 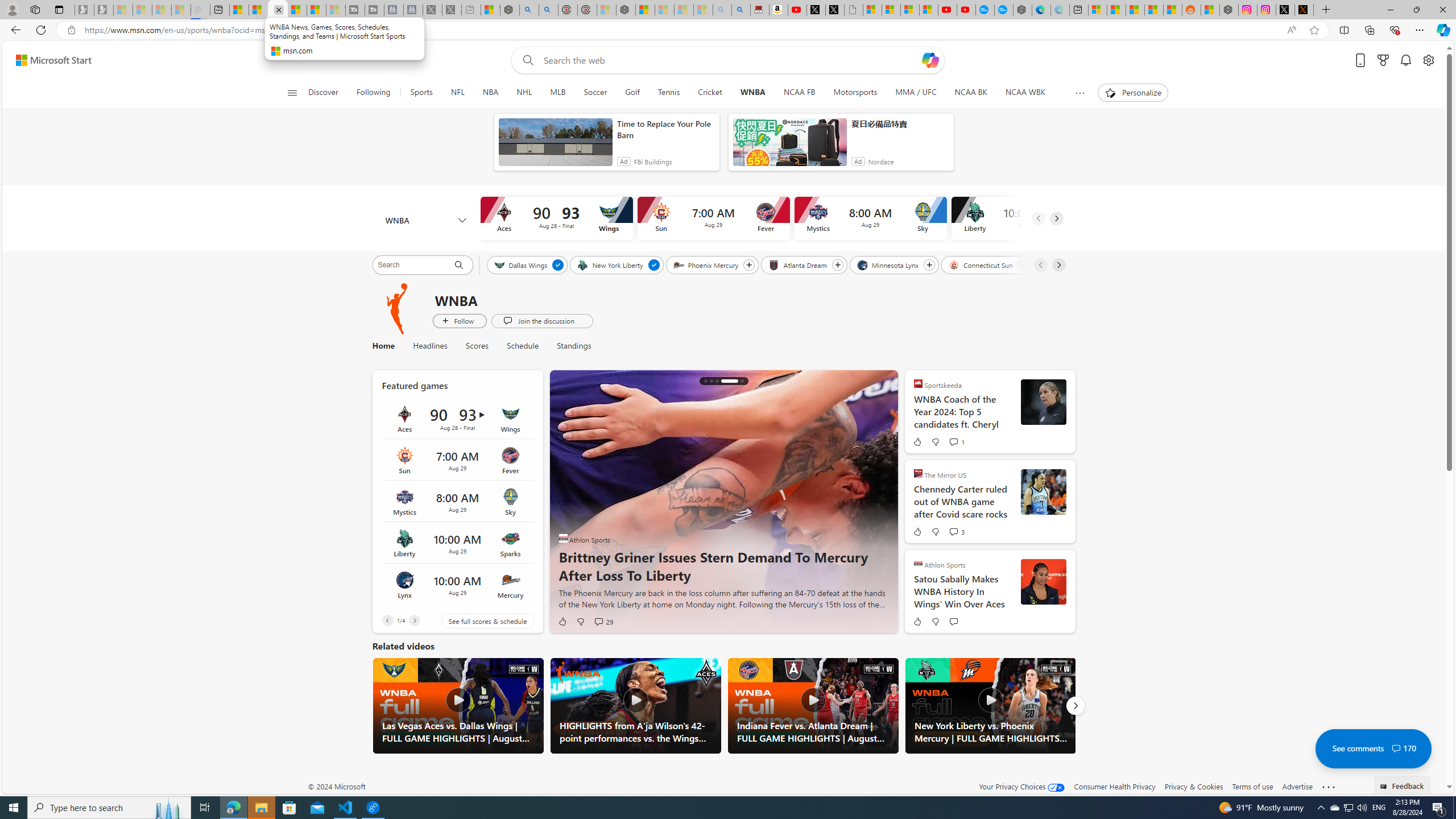 What do you see at coordinates (1134, 9) in the screenshot?
I see `'Shanghai, China hourly forecast | Microsoft Weather'` at bounding box center [1134, 9].